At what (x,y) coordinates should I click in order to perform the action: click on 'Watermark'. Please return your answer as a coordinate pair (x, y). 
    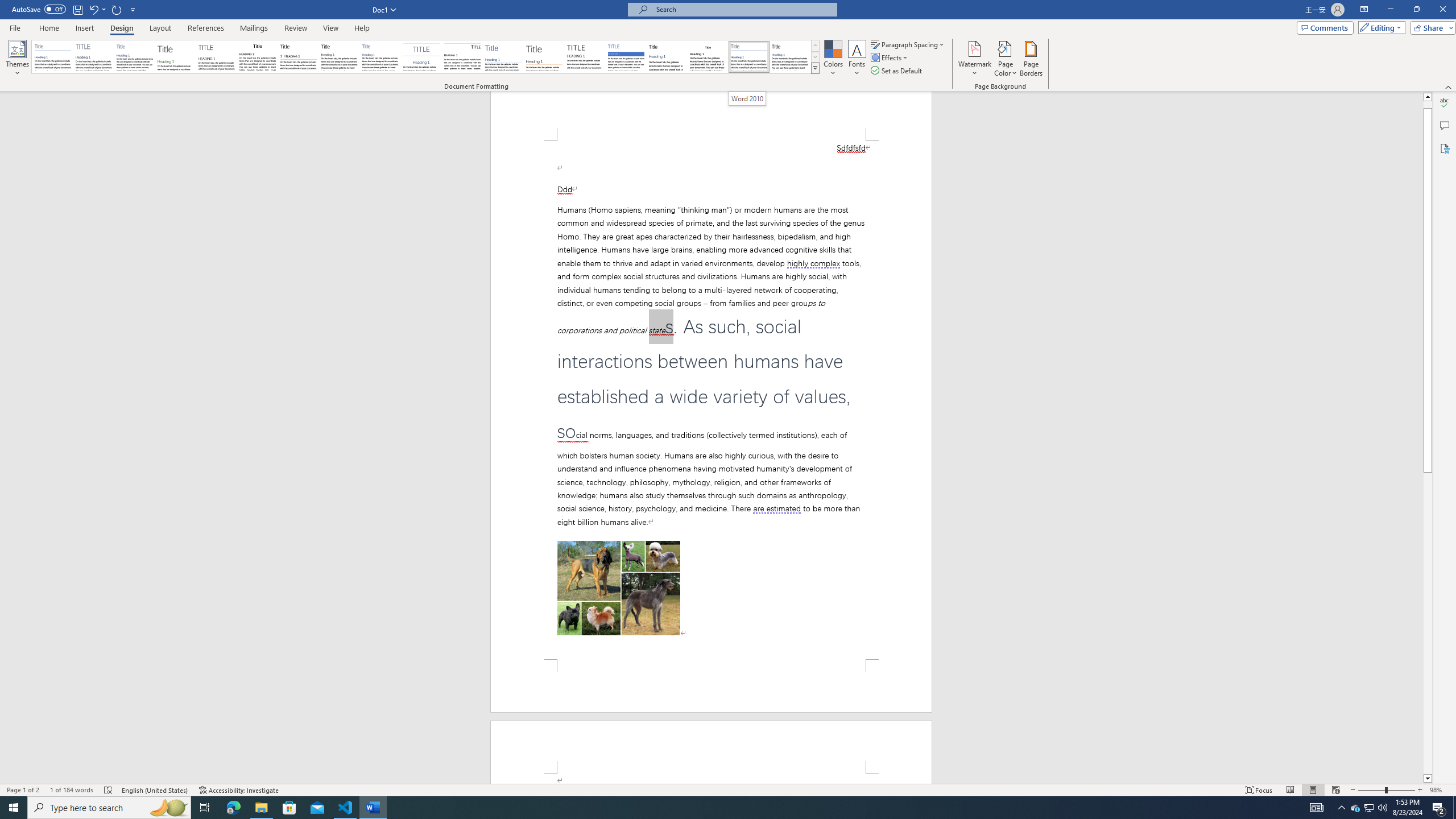
    Looking at the image, I should click on (974, 59).